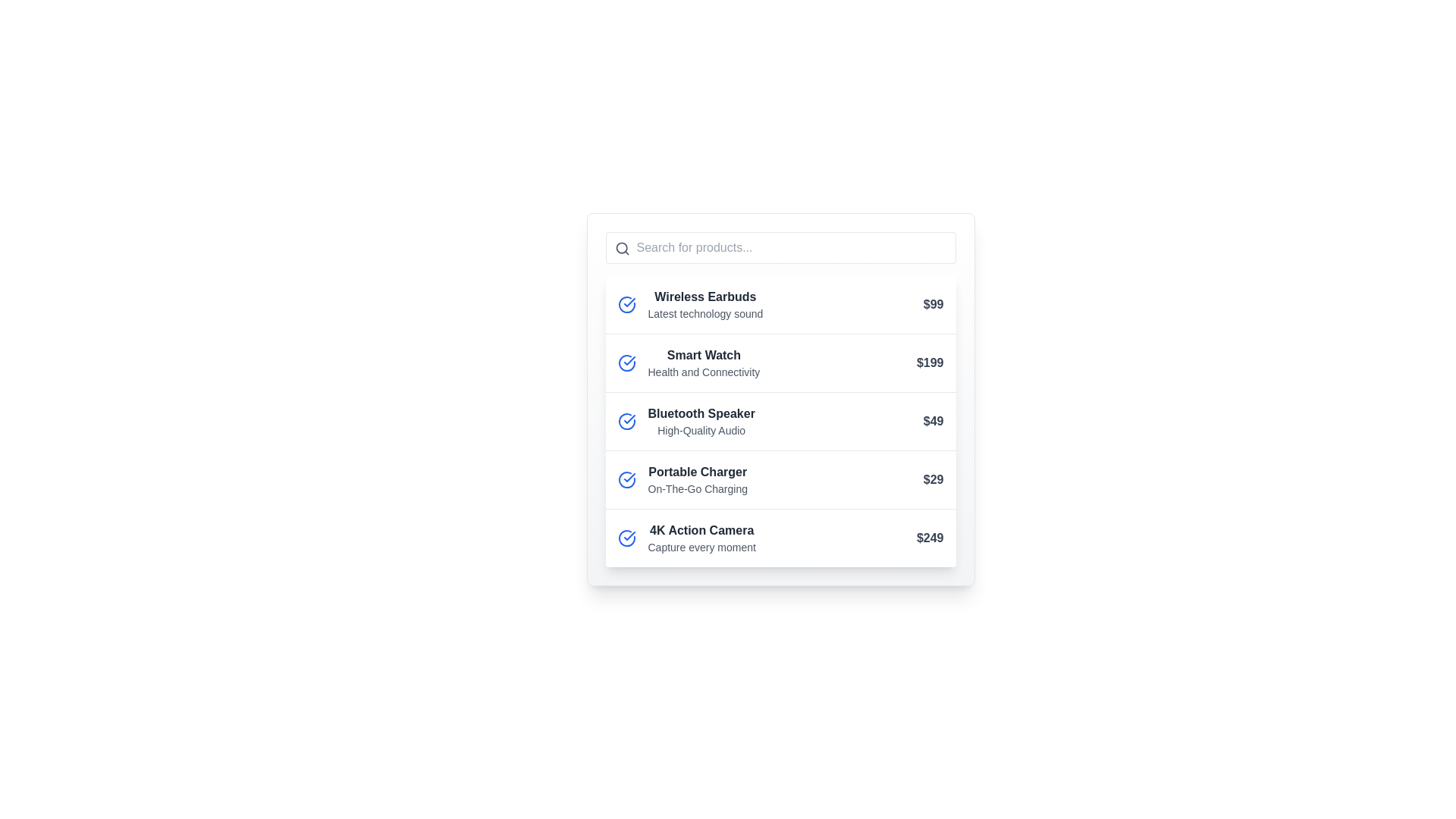  What do you see at coordinates (780, 479) in the screenshot?
I see `the fourth item in the product listing` at bounding box center [780, 479].